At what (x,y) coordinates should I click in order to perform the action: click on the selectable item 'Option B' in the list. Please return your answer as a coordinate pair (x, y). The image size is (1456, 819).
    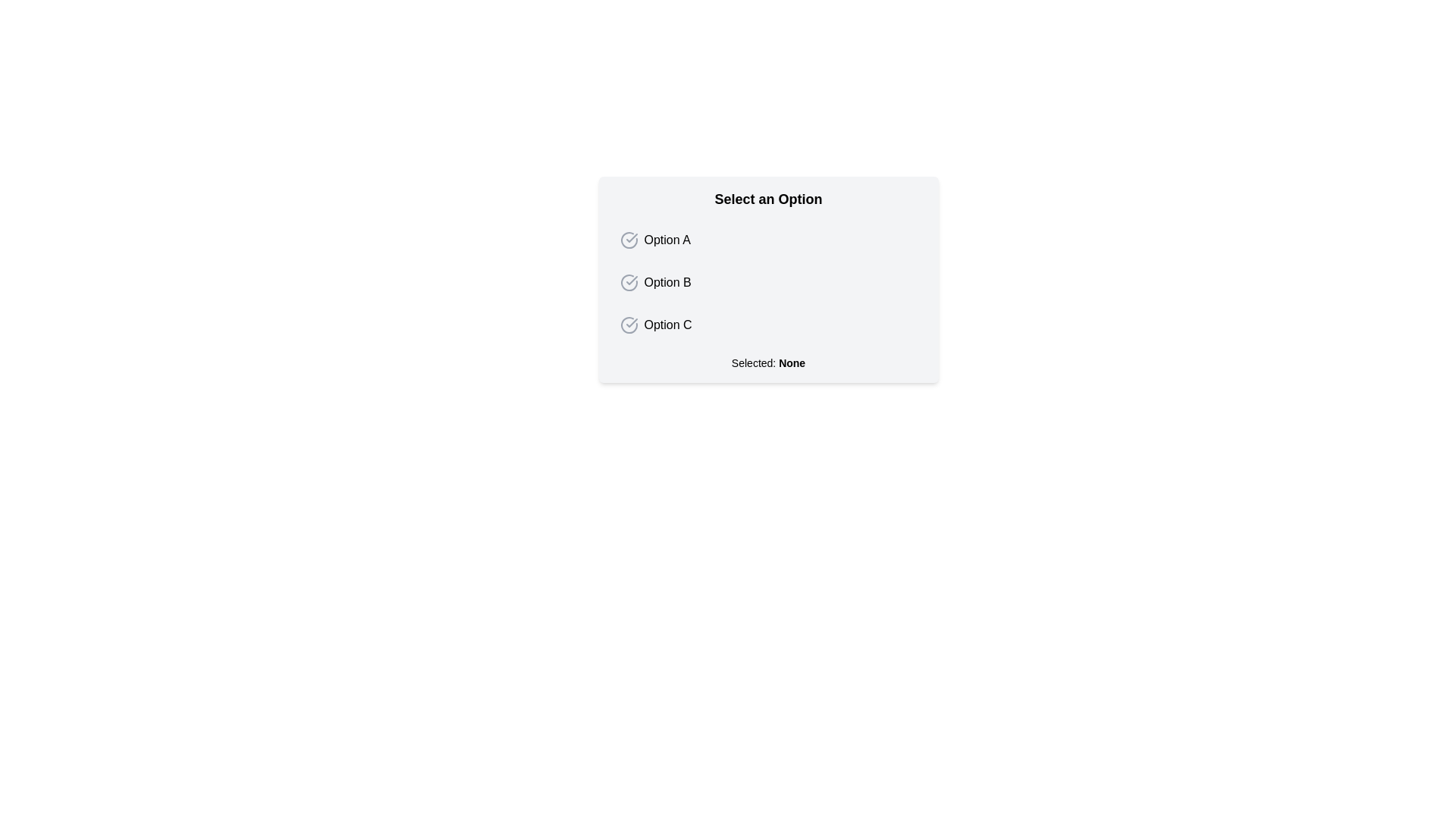
    Looking at the image, I should click on (768, 283).